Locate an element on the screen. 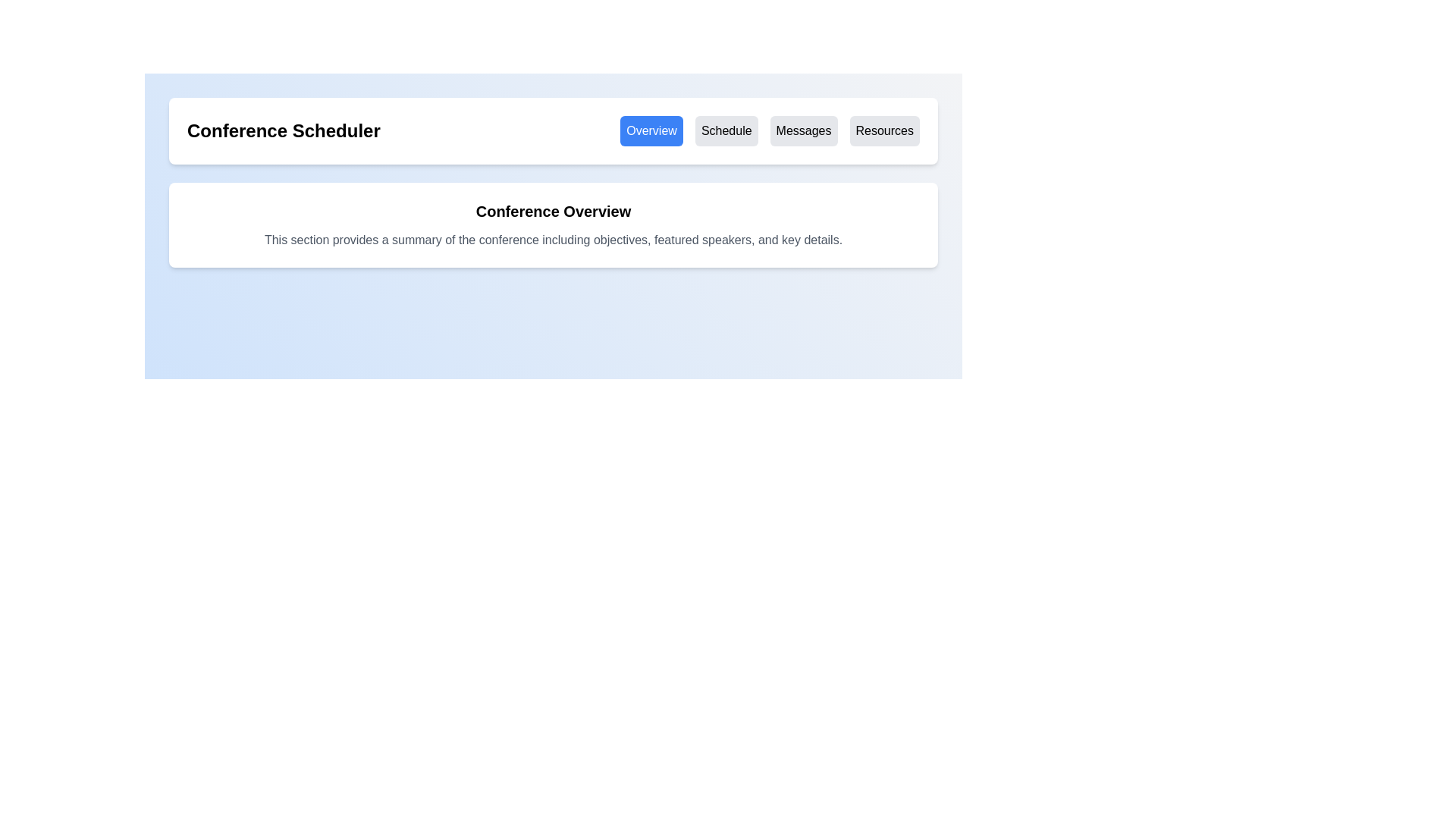 The height and width of the screenshot is (819, 1456). the 'Schedule' navigation button located in the upper-middle section of the layout is located at coordinates (726, 130).